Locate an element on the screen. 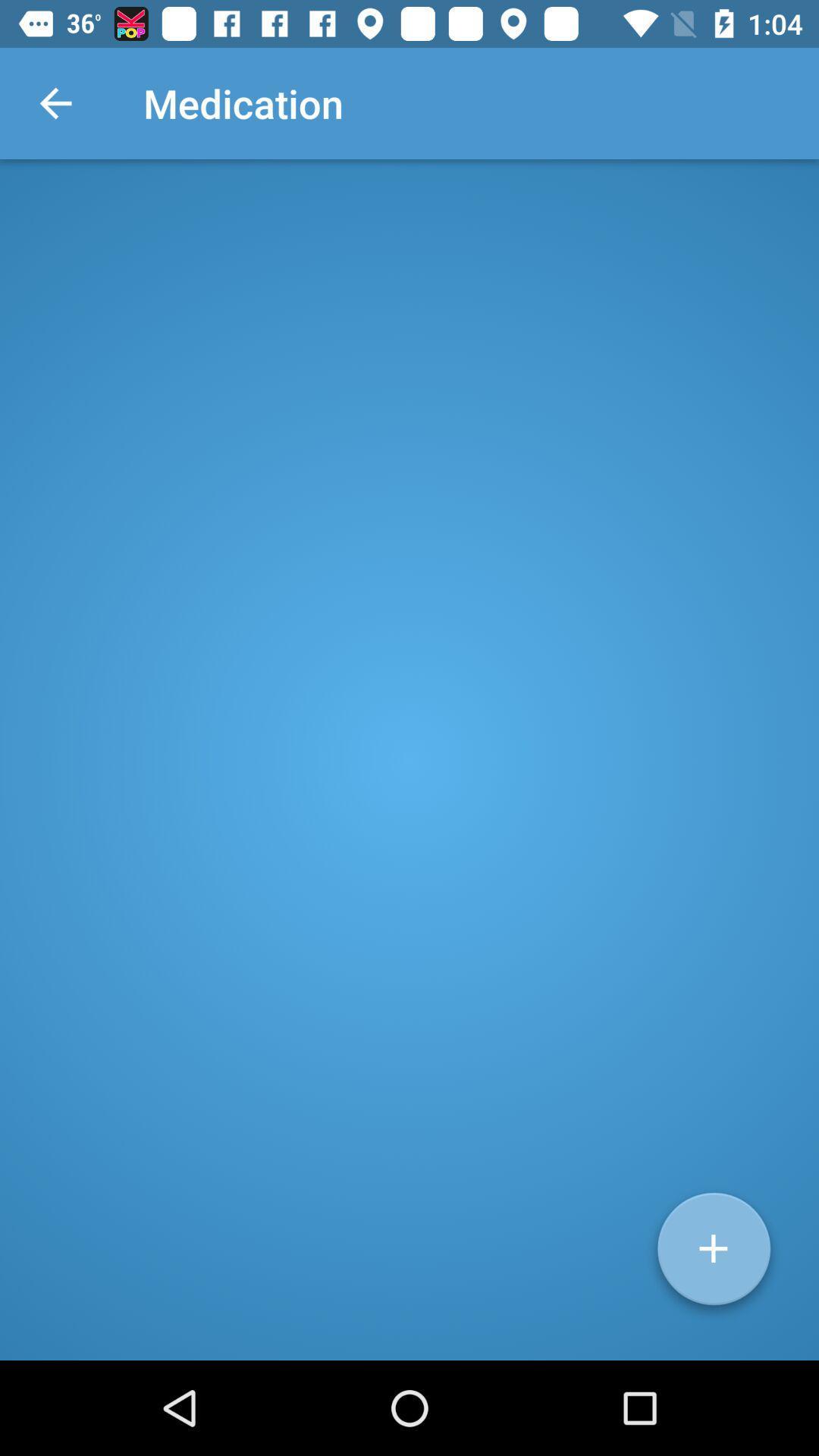 This screenshot has width=819, height=1456. icon at the center is located at coordinates (409, 760).